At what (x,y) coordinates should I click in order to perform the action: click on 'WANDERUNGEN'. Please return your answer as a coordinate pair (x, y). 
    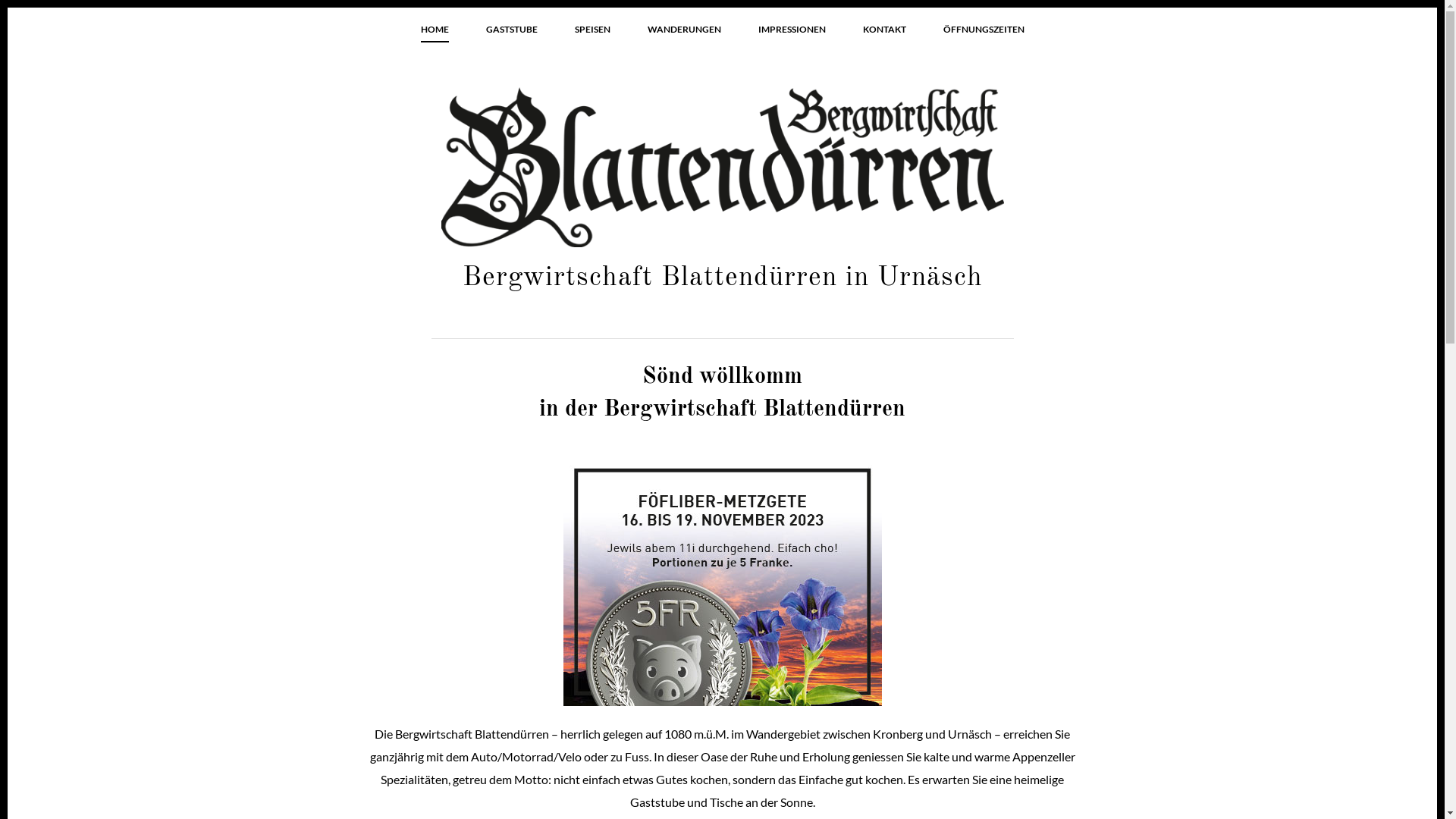
    Looking at the image, I should click on (629, 29).